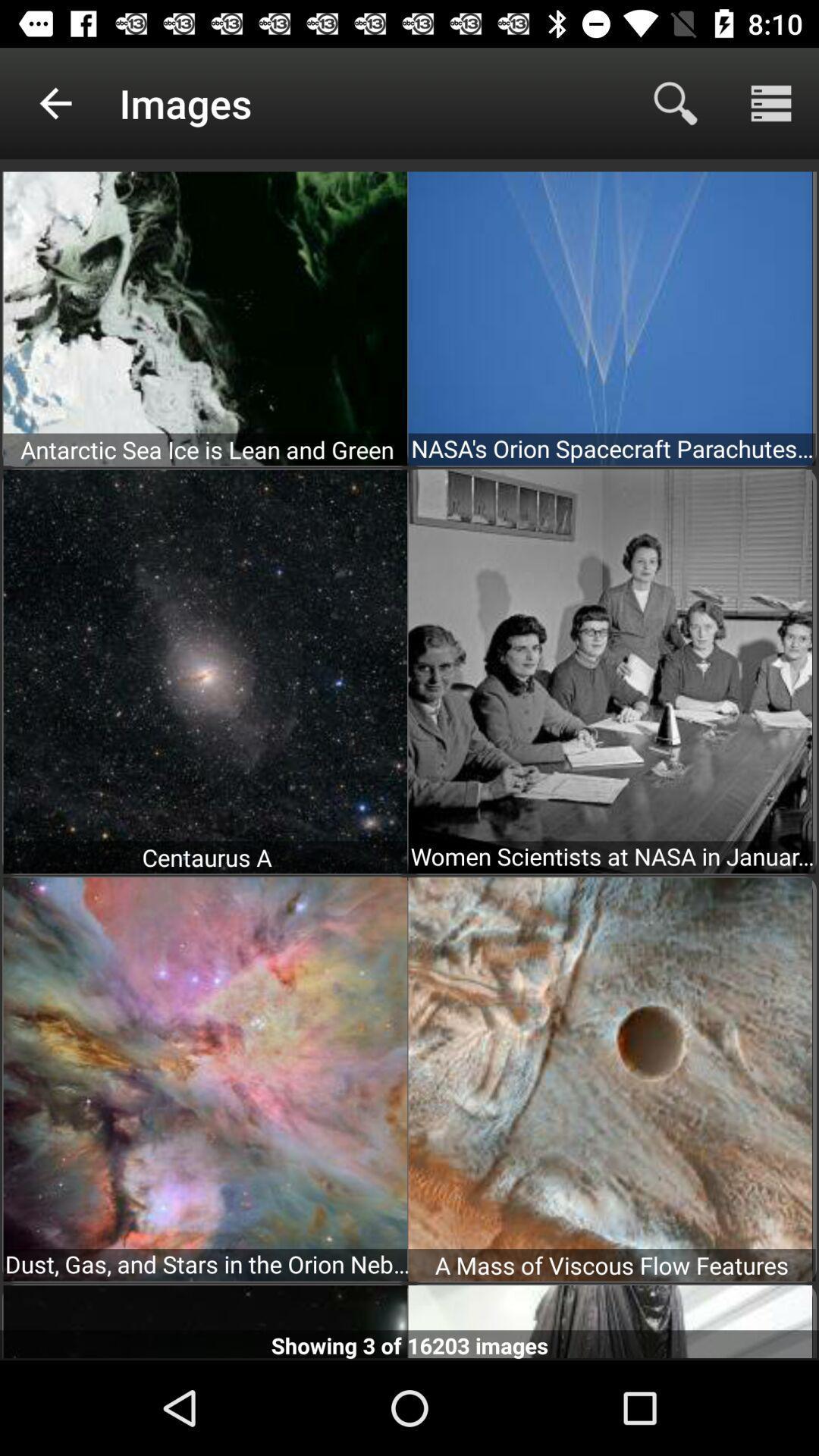  Describe the element at coordinates (205, 316) in the screenshot. I see `the first image from first row` at that location.